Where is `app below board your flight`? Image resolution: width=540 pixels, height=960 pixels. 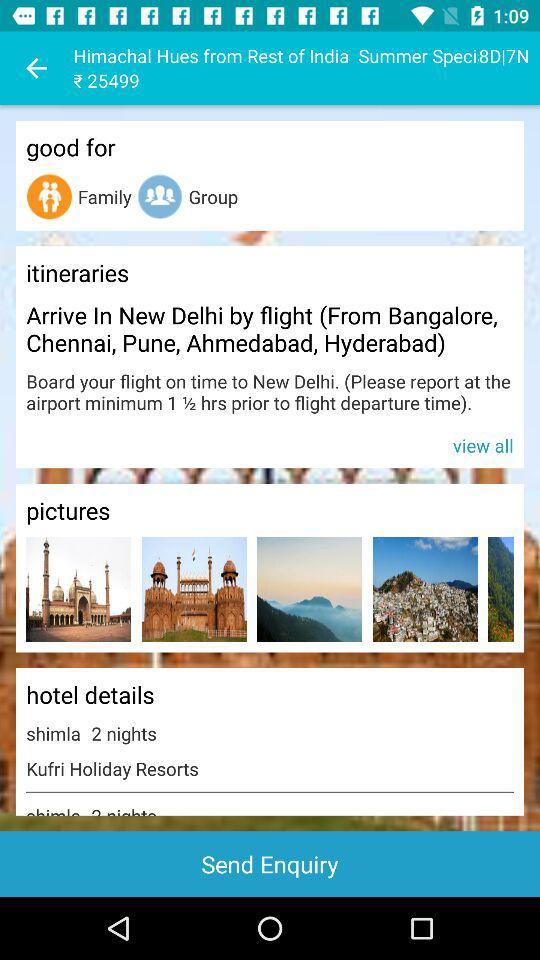 app below board your flight is located at coordinates (270, 444).